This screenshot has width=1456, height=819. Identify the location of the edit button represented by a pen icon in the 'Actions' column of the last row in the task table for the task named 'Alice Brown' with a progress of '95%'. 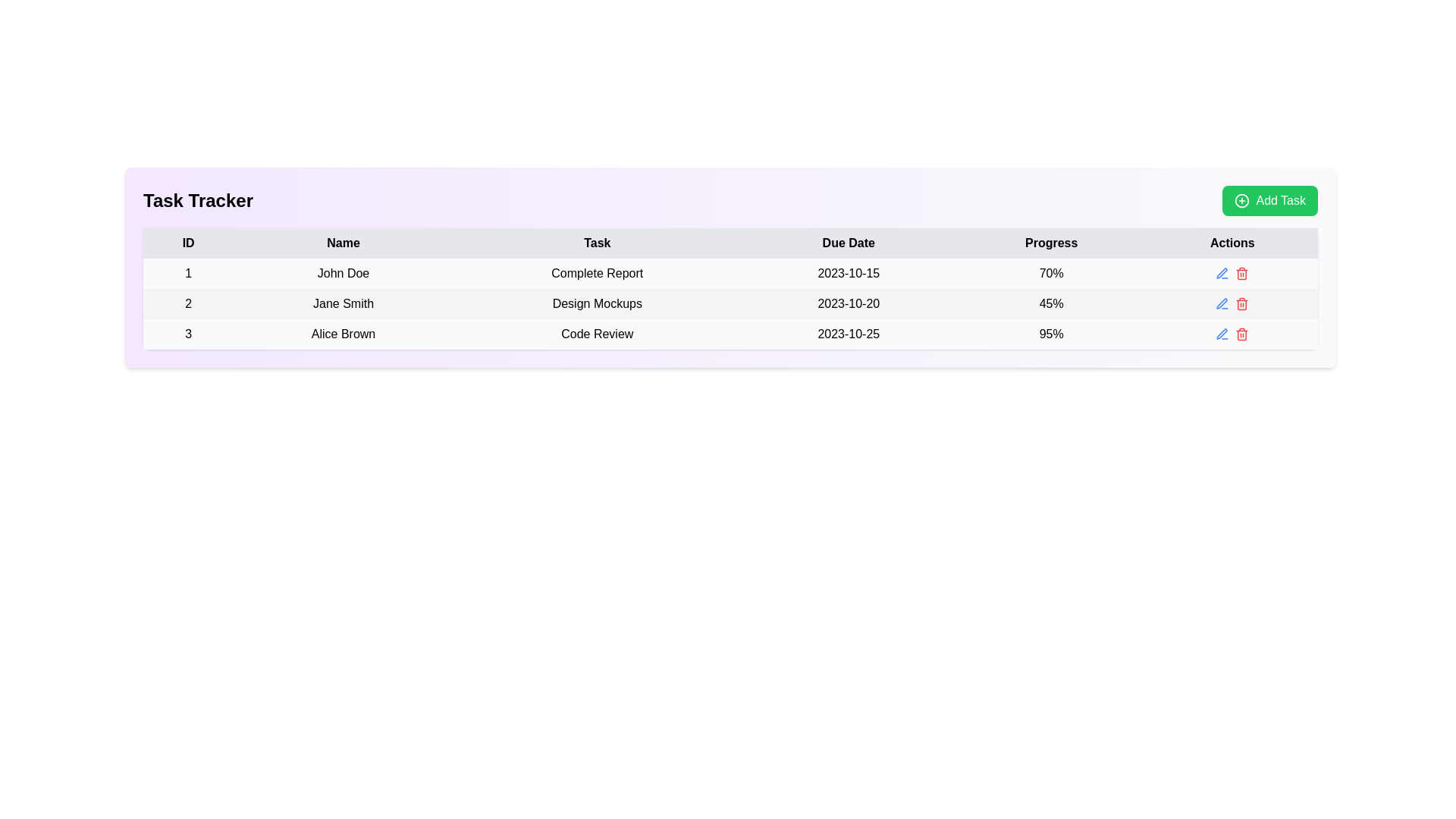
(1222, 333).